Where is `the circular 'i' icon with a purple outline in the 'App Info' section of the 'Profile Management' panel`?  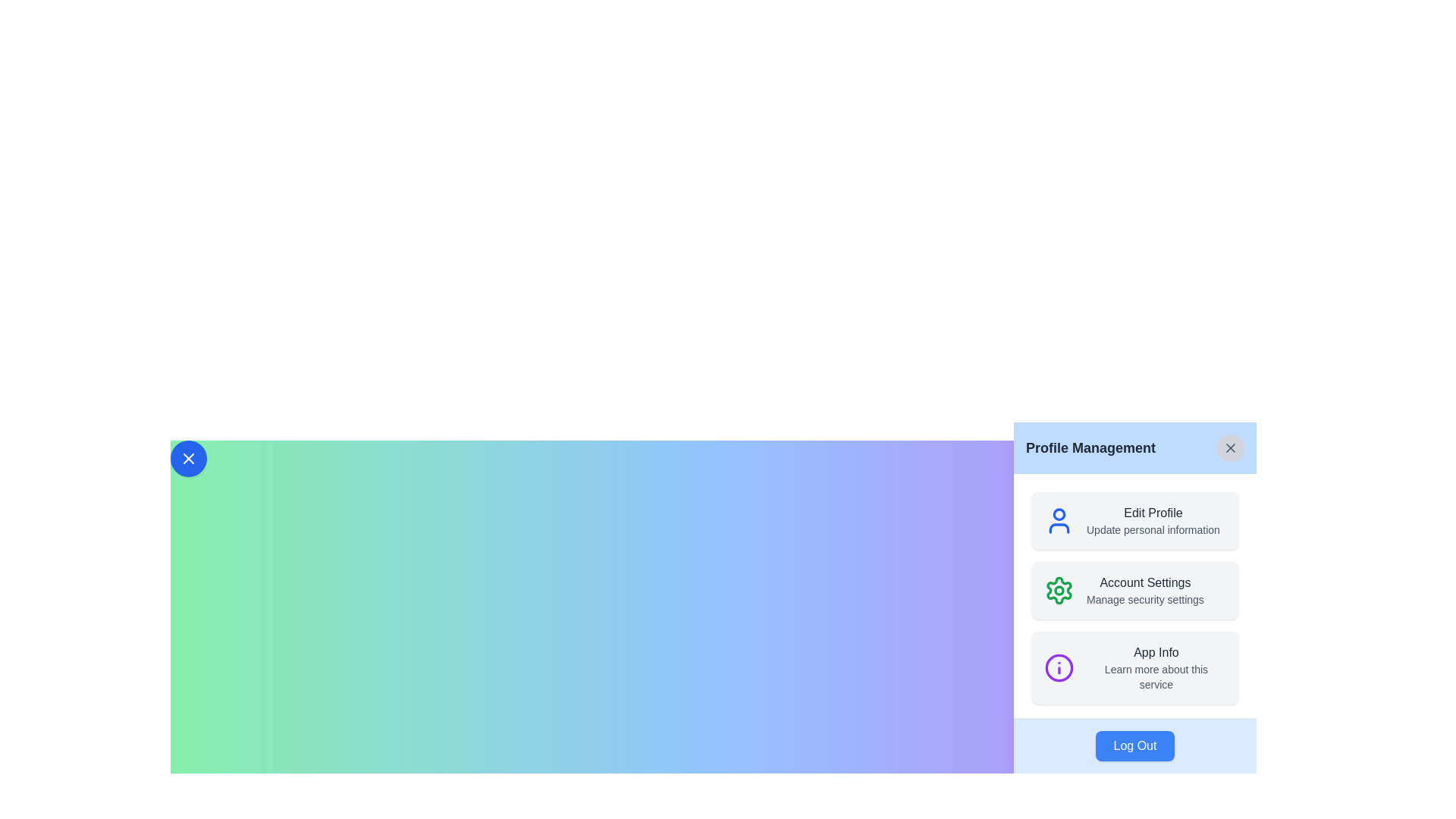 the circular 'i' icon with a purple outline in the 'App Info' section of the 'Profile Management' panel is located at coordinates (1058, 667).